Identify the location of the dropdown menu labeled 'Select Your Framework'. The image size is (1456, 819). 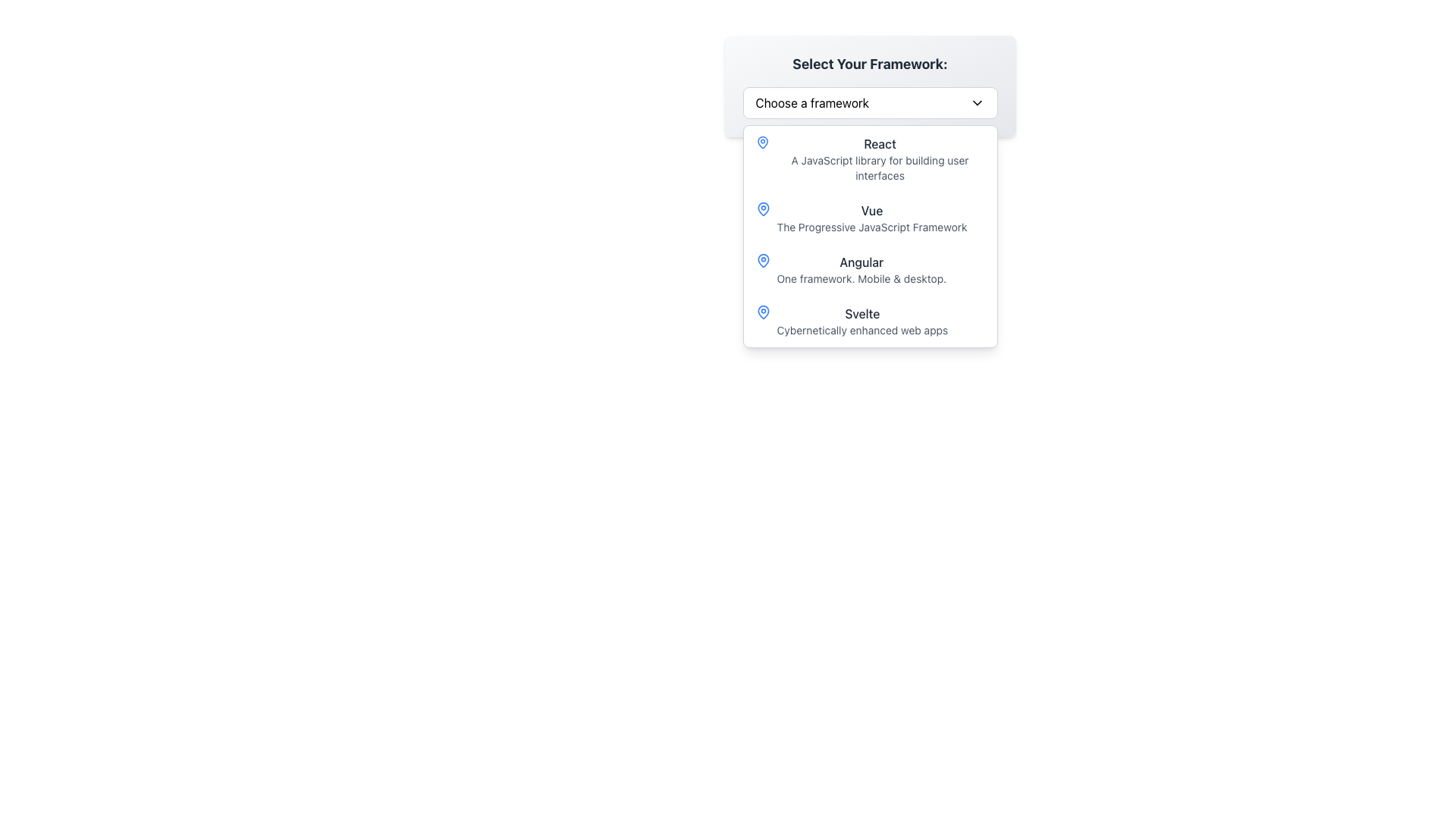
(870, 86).